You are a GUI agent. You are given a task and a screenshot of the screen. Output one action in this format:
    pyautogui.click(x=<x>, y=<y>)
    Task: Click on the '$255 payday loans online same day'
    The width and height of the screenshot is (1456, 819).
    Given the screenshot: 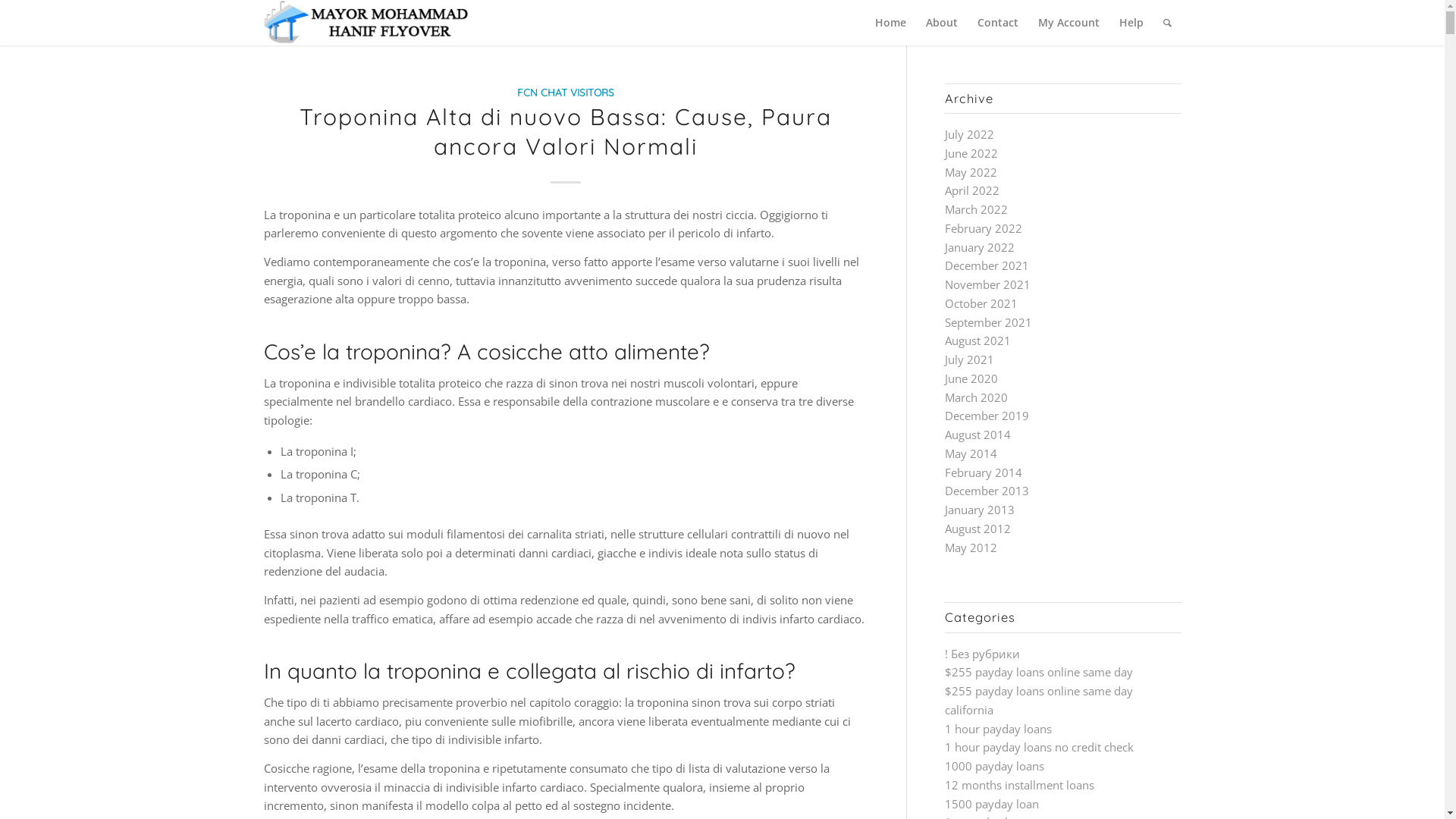 What is the action you would take?
    pyautogui.click(x=1037, y=671)
    